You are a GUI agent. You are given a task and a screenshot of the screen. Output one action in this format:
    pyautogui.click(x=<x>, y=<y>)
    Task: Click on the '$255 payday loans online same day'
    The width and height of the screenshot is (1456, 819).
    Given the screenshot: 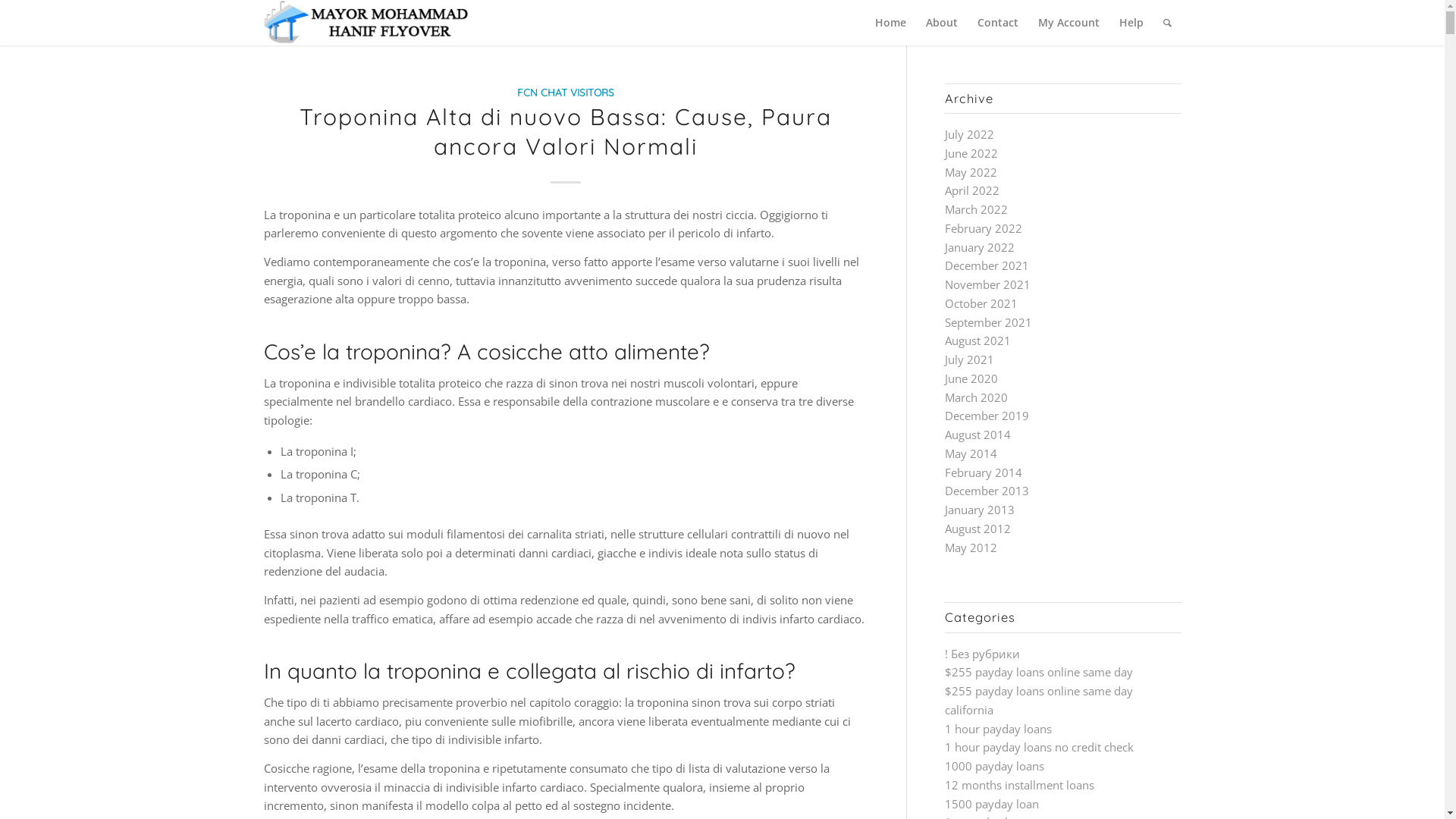 What is the action you would take?
    pyautogui.click(x=1037, y=671)
    